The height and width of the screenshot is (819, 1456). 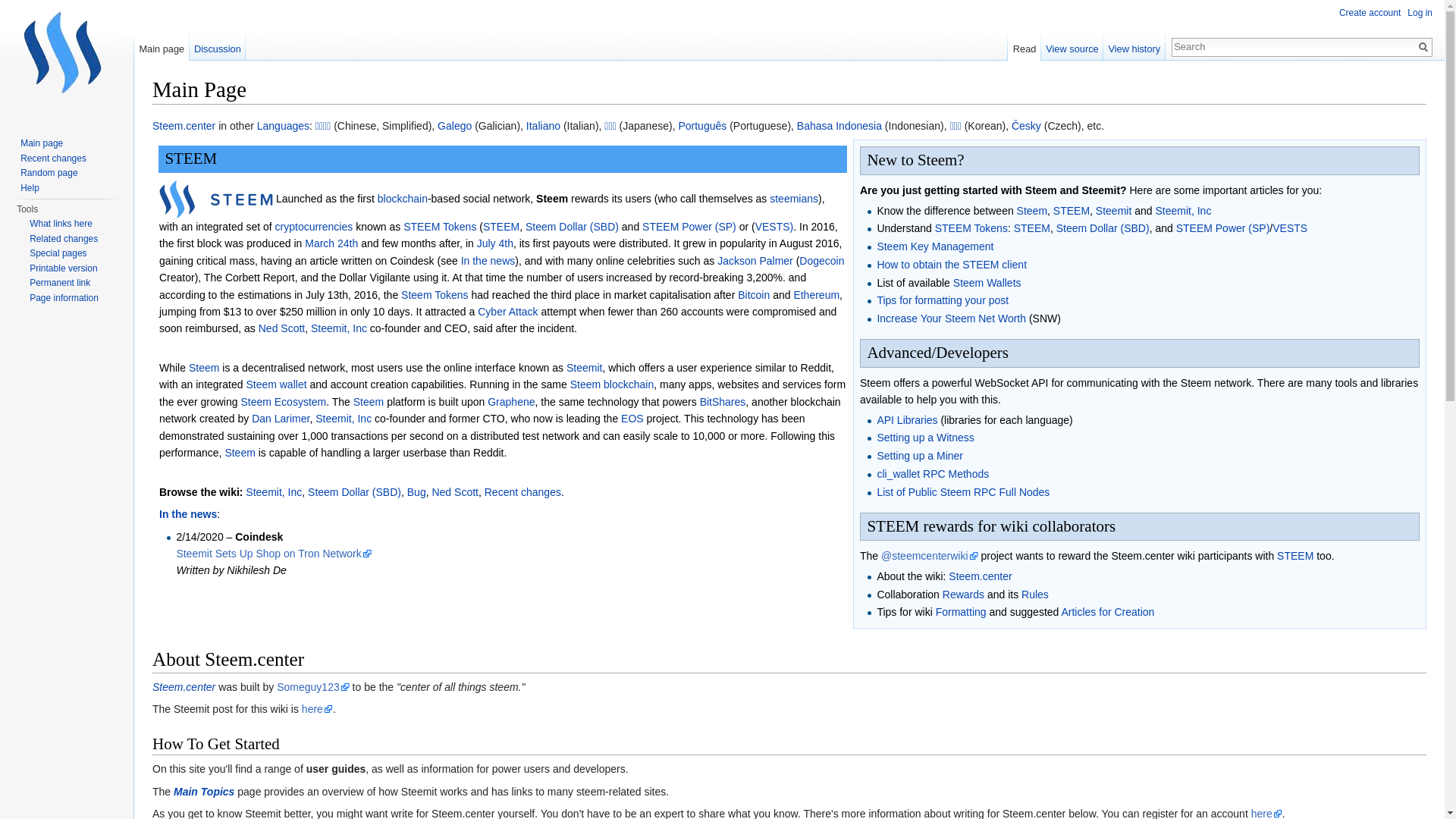 I want to click on 'Recent changes', so click(x=53, y=158).